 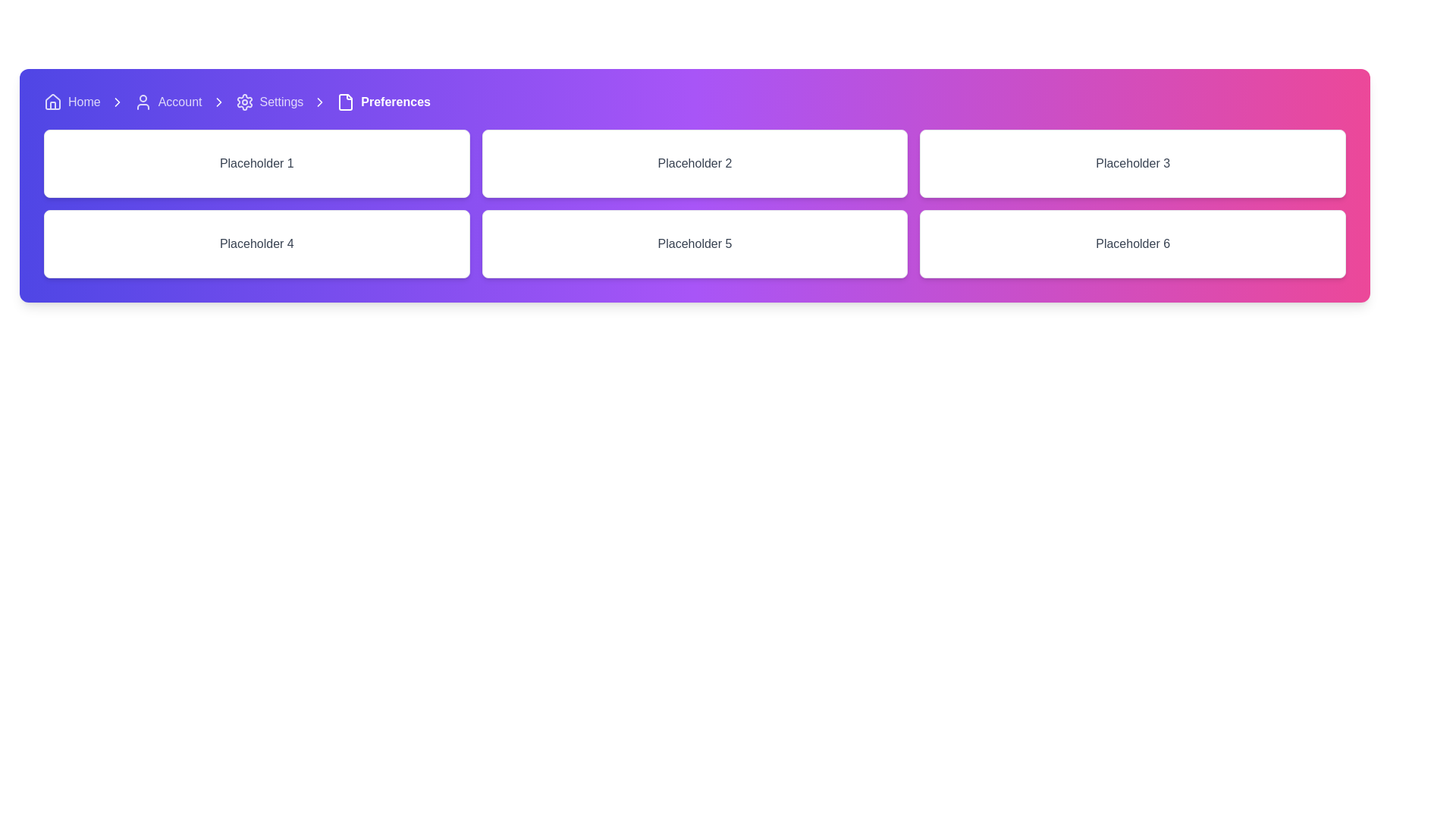 I want to click on the small folder or file icon located to the left of the text 'Preferences' in the breadcrumb navigation bar, so click(x=345, y=102).